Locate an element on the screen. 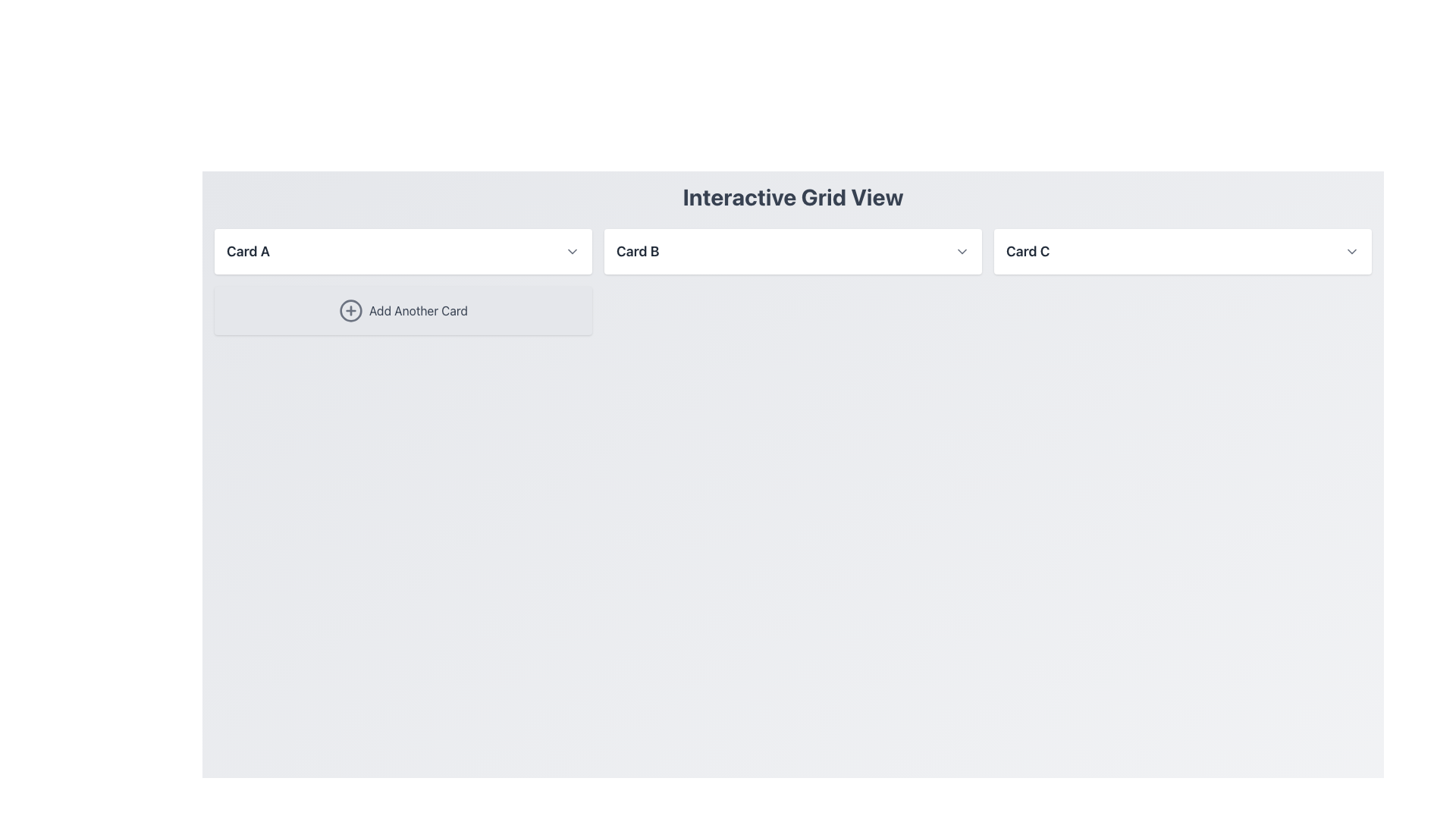 This screenshot has width=1456, height=819. the dropdown arrow on the third card in the grid layout to expand options is located at coordinates (1182, 250).